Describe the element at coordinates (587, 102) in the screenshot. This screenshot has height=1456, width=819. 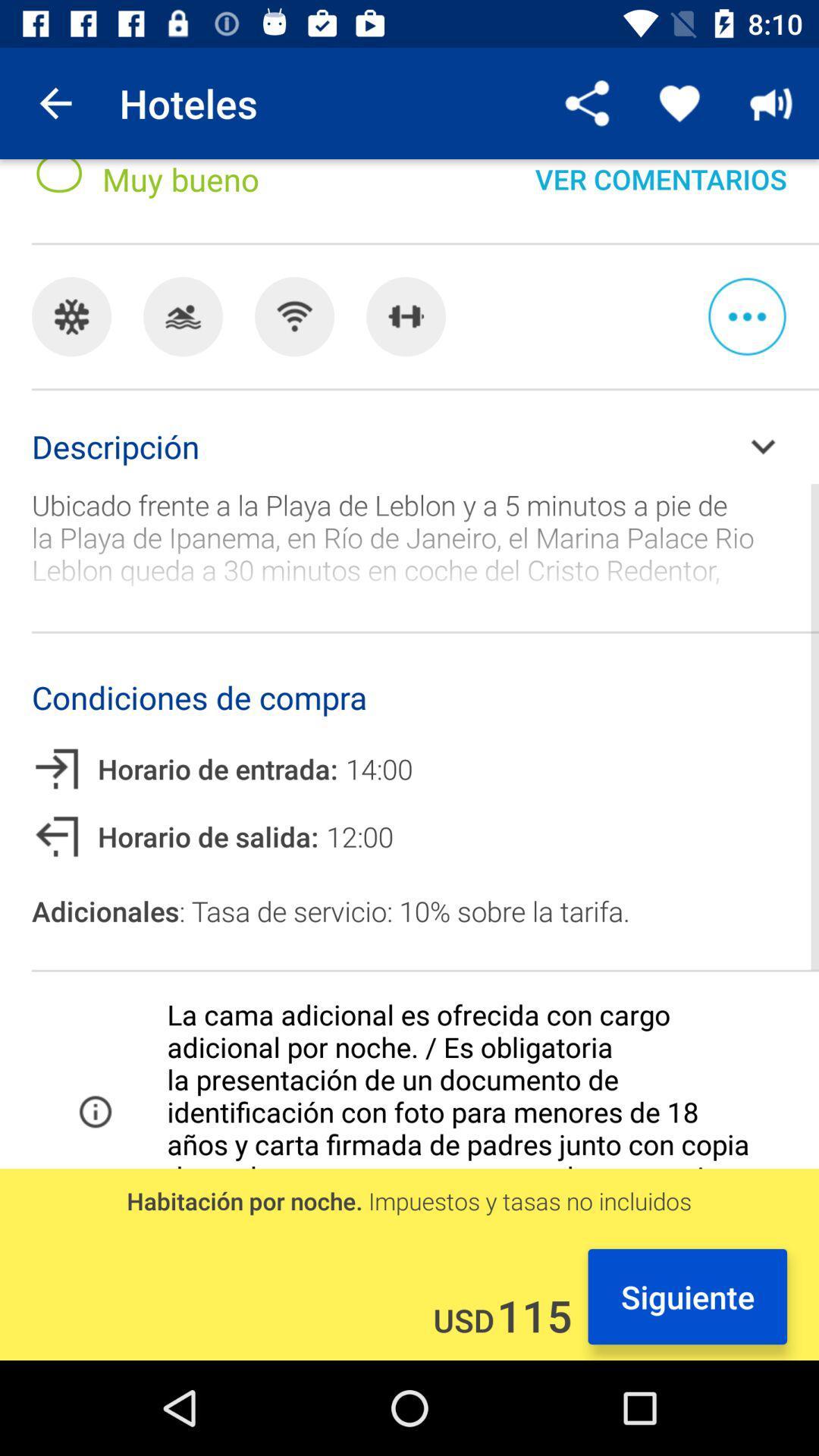
I see `the icon next to the muy bueno` at that location.